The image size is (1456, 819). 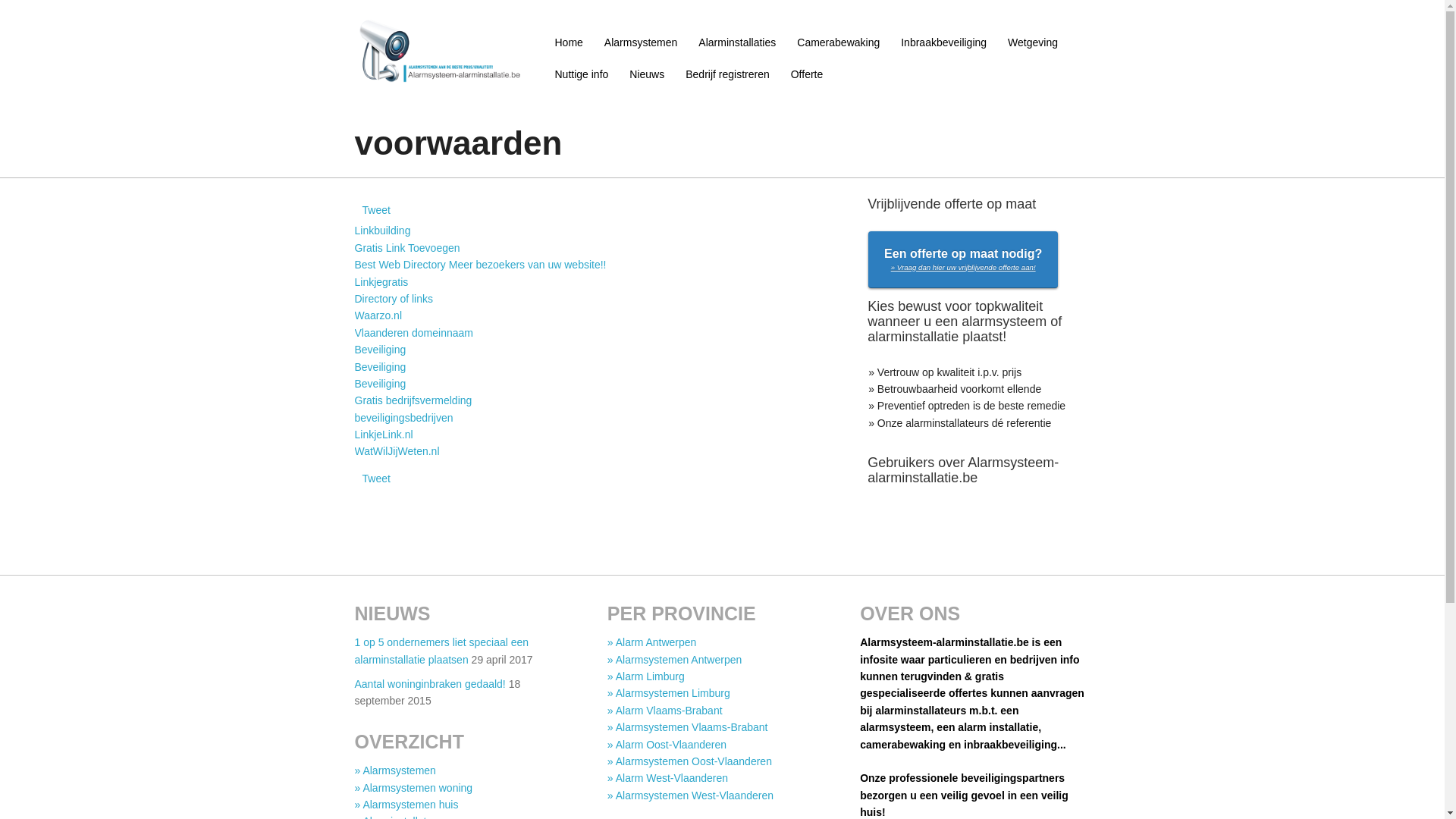 I want to click on 'Nuttige info', so click(x=544, y=74).